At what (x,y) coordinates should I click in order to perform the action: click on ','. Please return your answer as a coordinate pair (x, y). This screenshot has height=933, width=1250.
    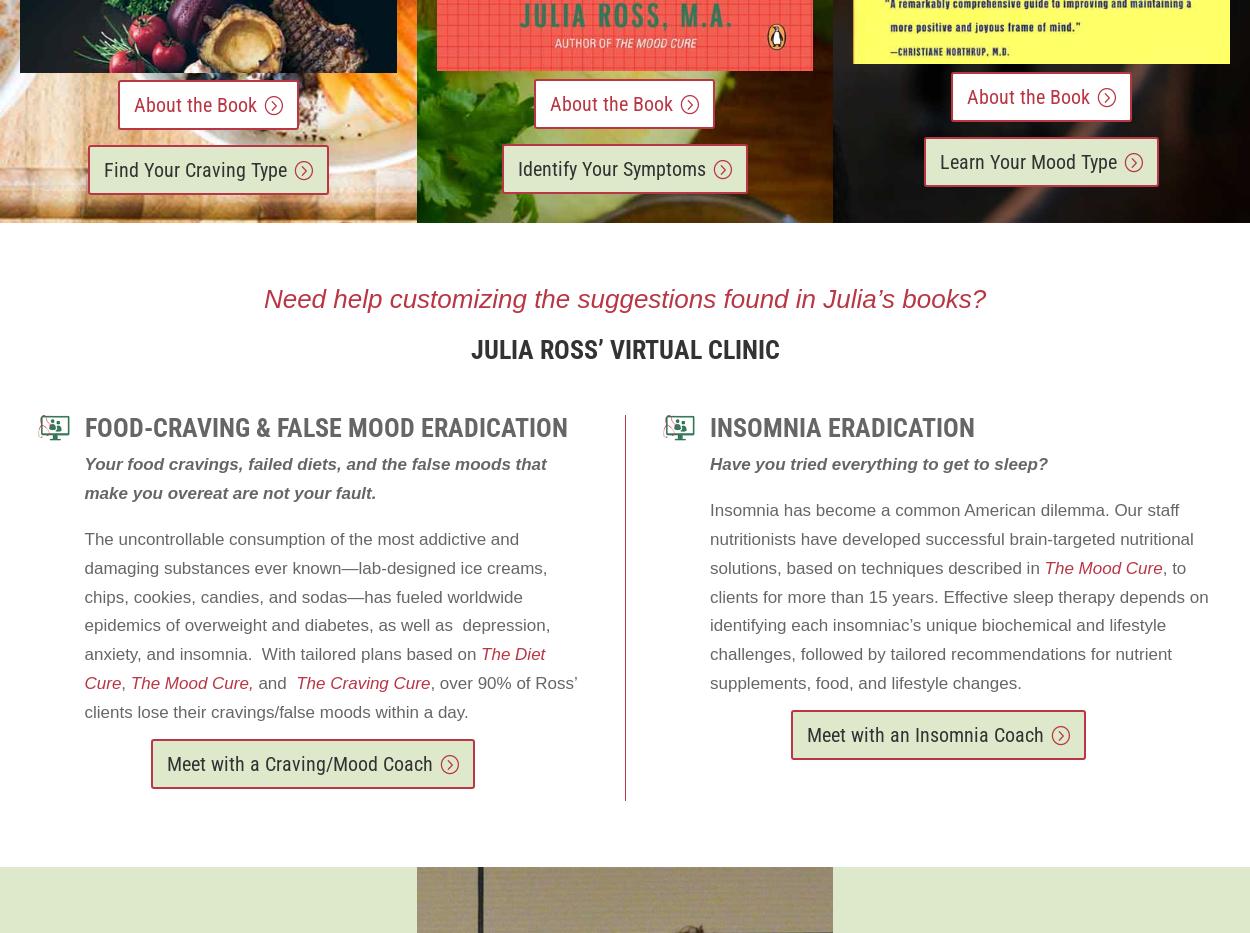
    Looking at the image, I should click on (120, 683).